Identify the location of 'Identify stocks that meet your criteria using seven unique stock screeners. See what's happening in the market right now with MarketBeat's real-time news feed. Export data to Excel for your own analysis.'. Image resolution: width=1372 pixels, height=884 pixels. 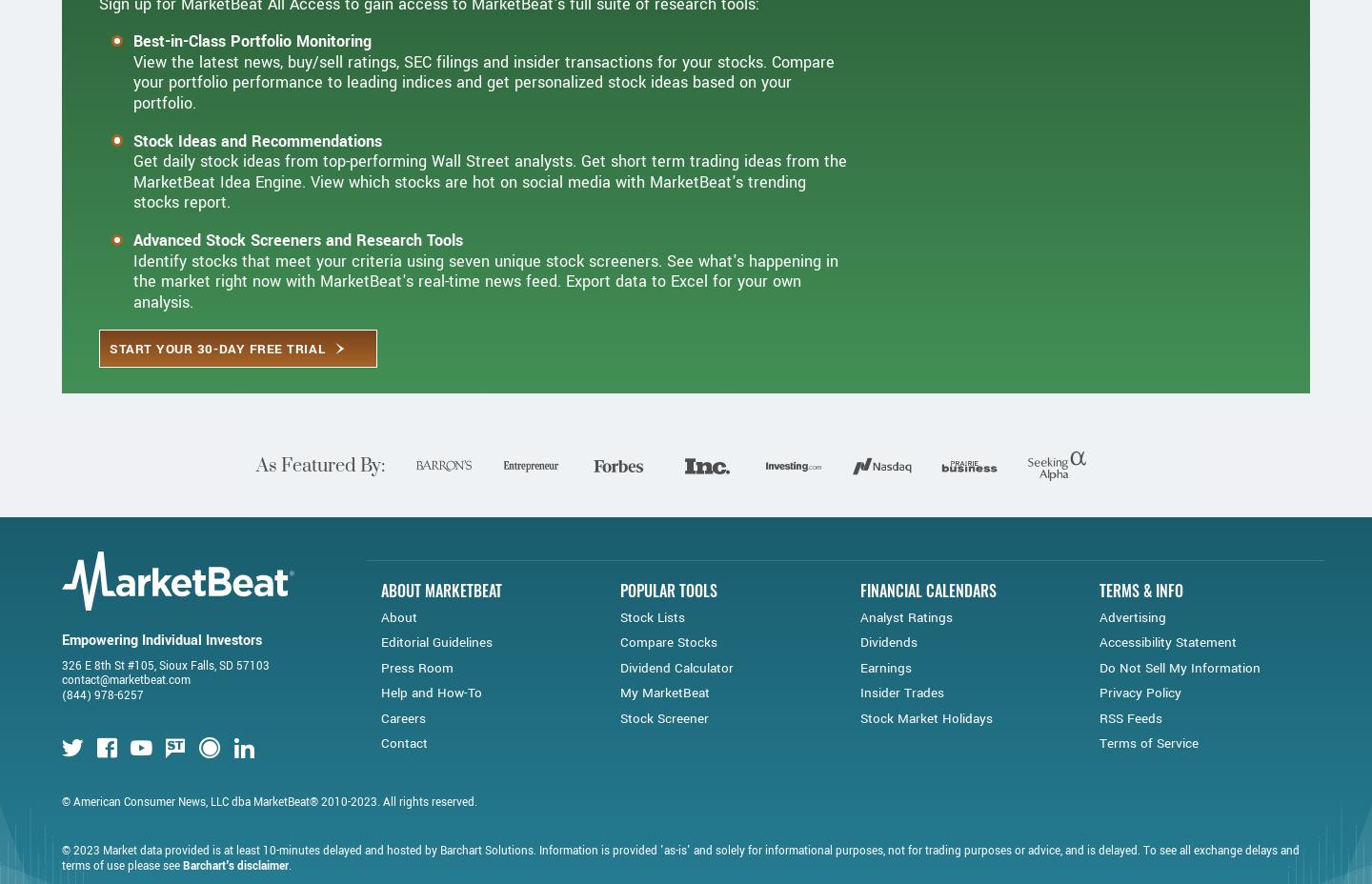
(485, 342).